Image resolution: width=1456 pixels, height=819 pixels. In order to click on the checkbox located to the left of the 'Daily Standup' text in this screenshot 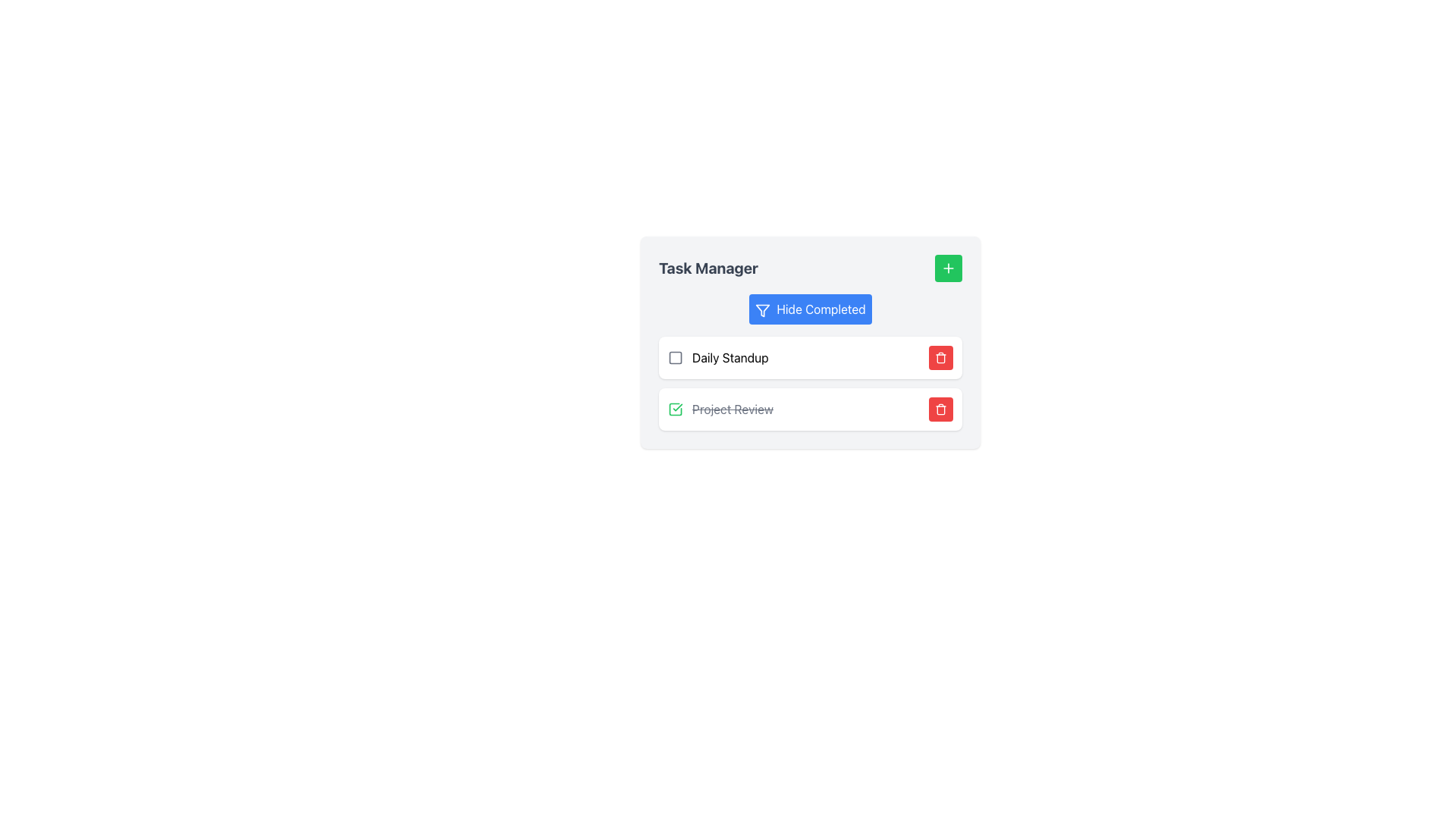, I will do `click(675, 357)`.